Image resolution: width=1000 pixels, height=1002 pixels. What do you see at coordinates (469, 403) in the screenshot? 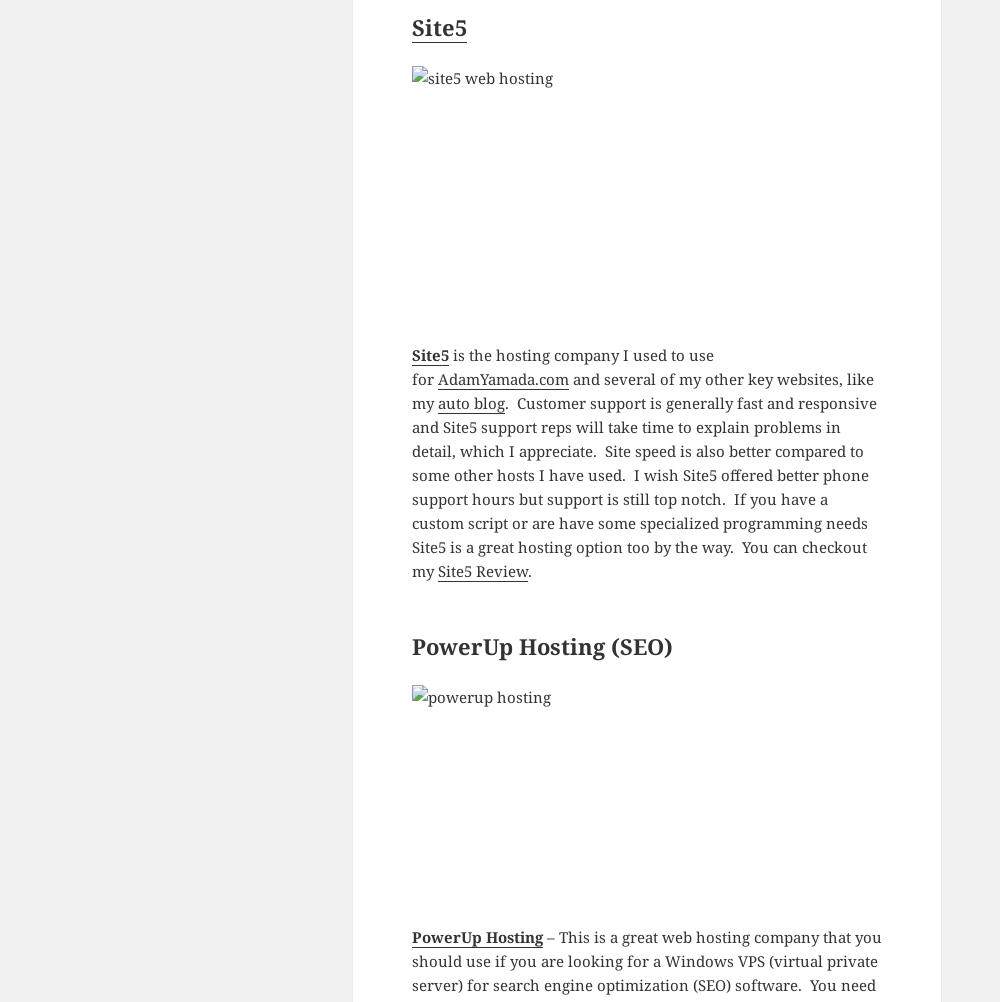
I see `'auto blog'` at bounding box center [469, 403].